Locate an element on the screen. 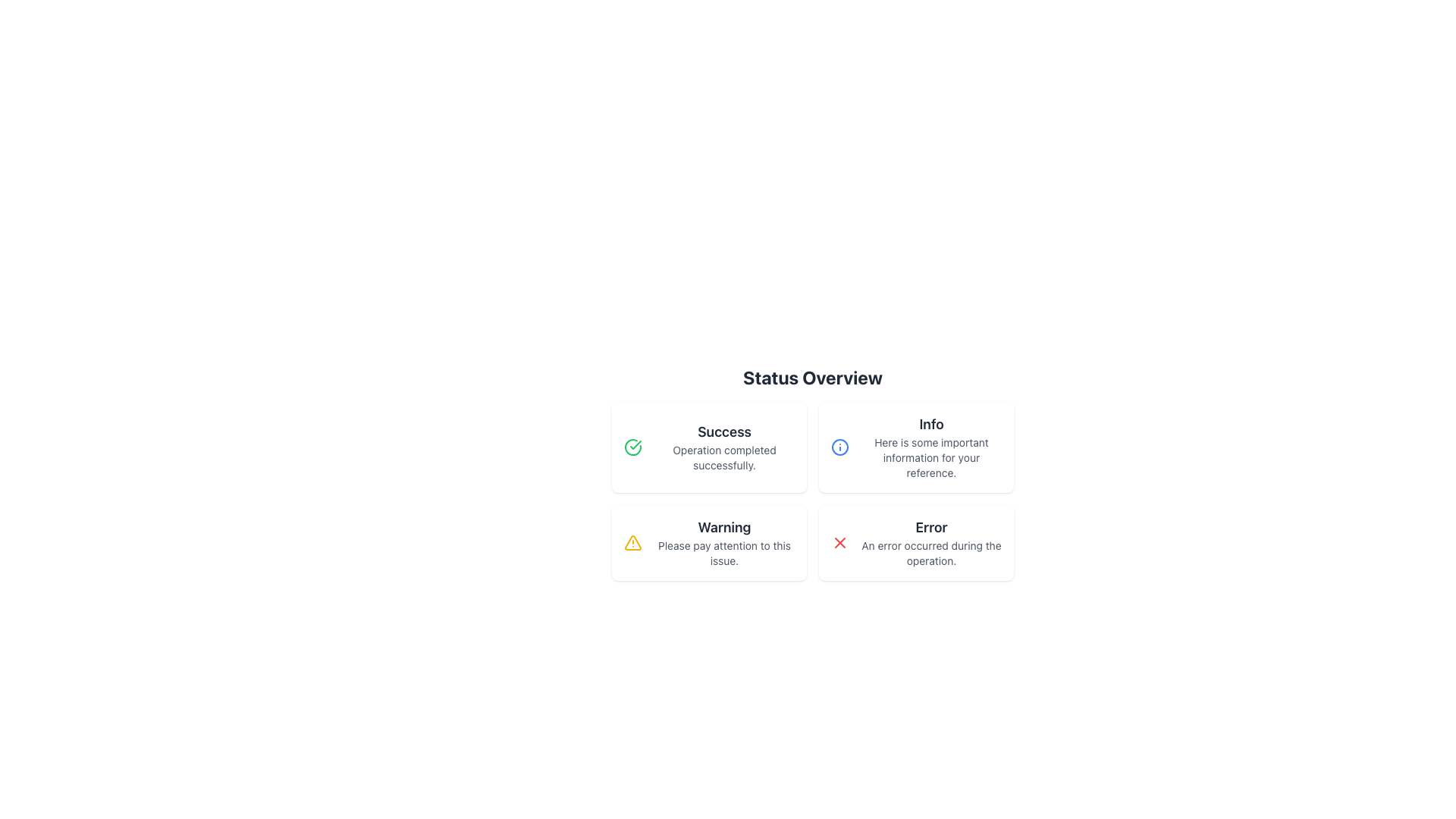 Image resolution: width=1456 pixels, height=819 pixels. the Text Label located below the bold heading 'Info' in the top-right quadrant of the grid layout, styled in a smaller gray font is located at coordinates (930, 457).